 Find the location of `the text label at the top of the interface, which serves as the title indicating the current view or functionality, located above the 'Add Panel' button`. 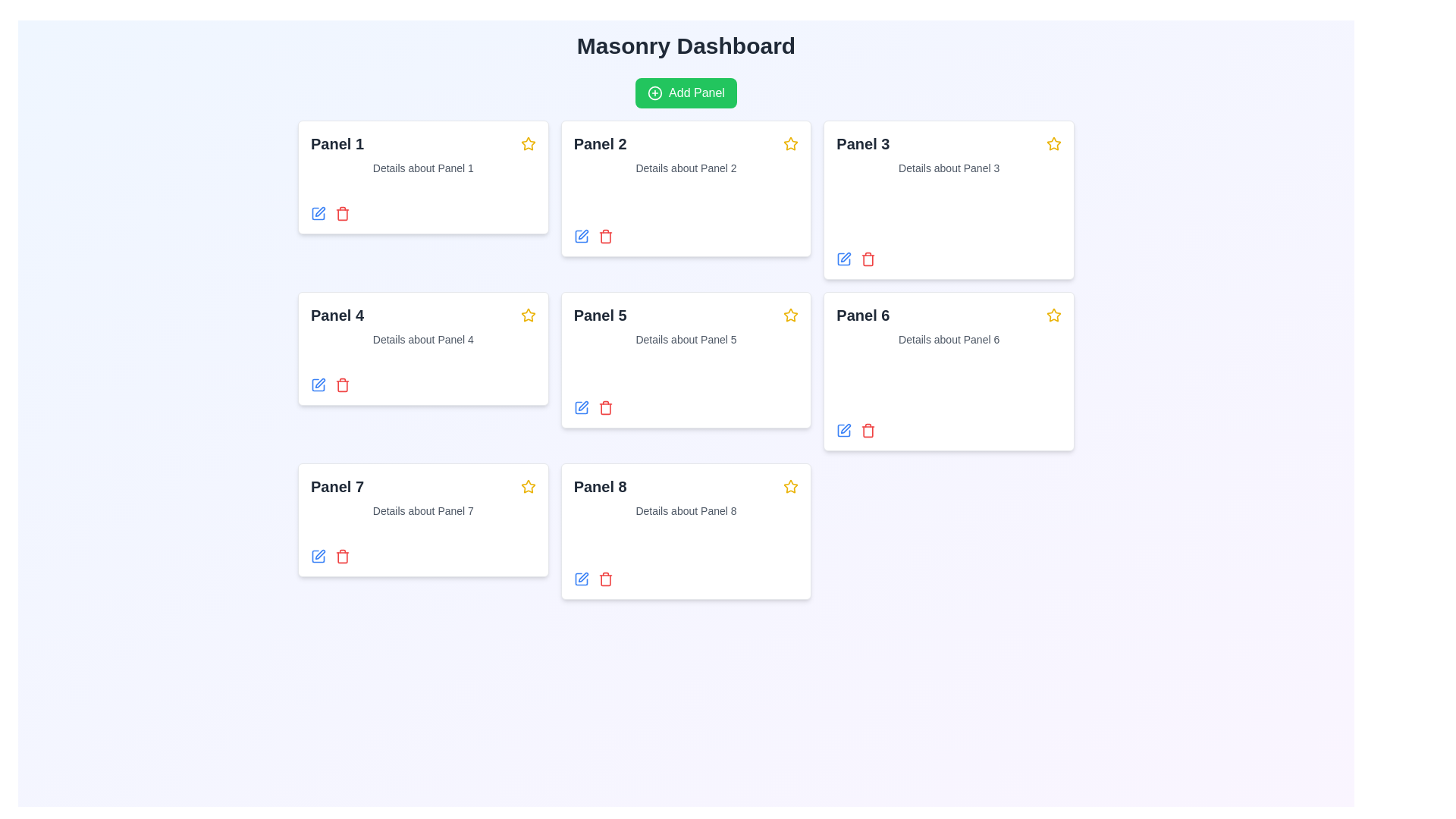

the text label at the top of the interface, which serves as the title indicating the current view or functionality, located above the 'Add Panel' button is located at coordinates (686, 45).